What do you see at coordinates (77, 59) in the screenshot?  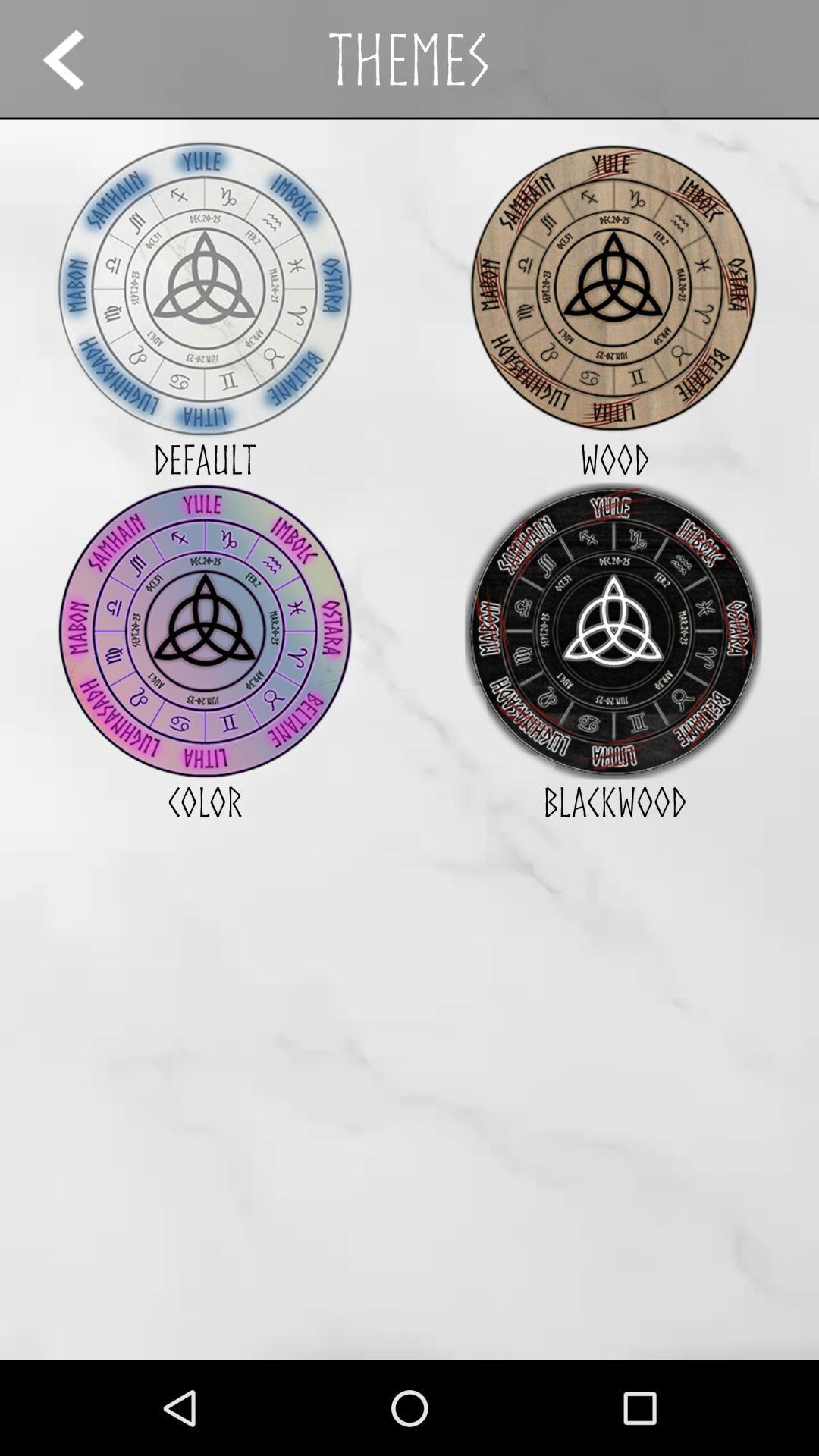 I see `go back` at bounding box center [77, 59].